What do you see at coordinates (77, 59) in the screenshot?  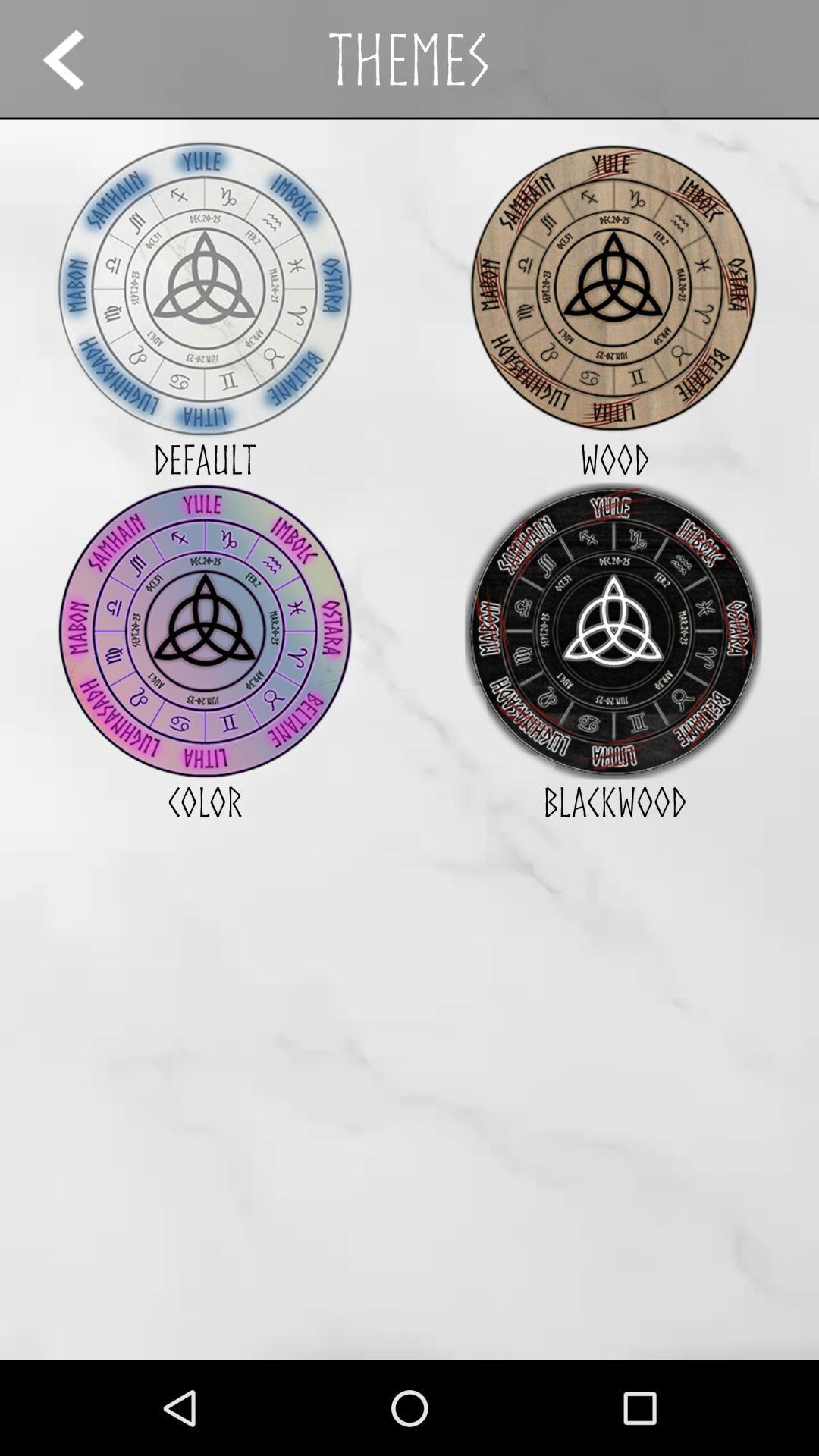 I see `go back` at bounding box center [77, 59].